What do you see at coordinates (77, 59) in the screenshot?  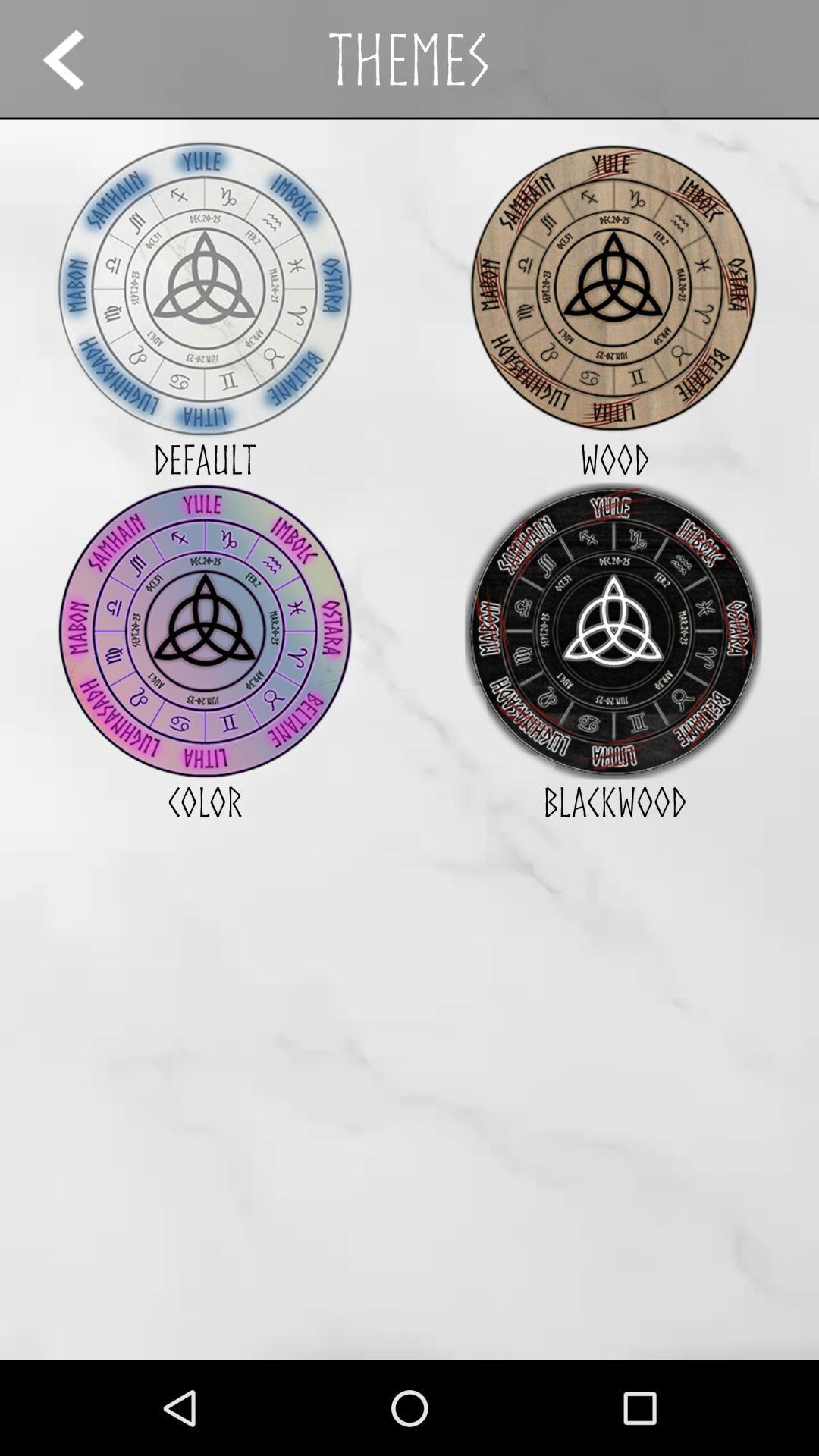 I see `go back` at bounding box center [77, 59].